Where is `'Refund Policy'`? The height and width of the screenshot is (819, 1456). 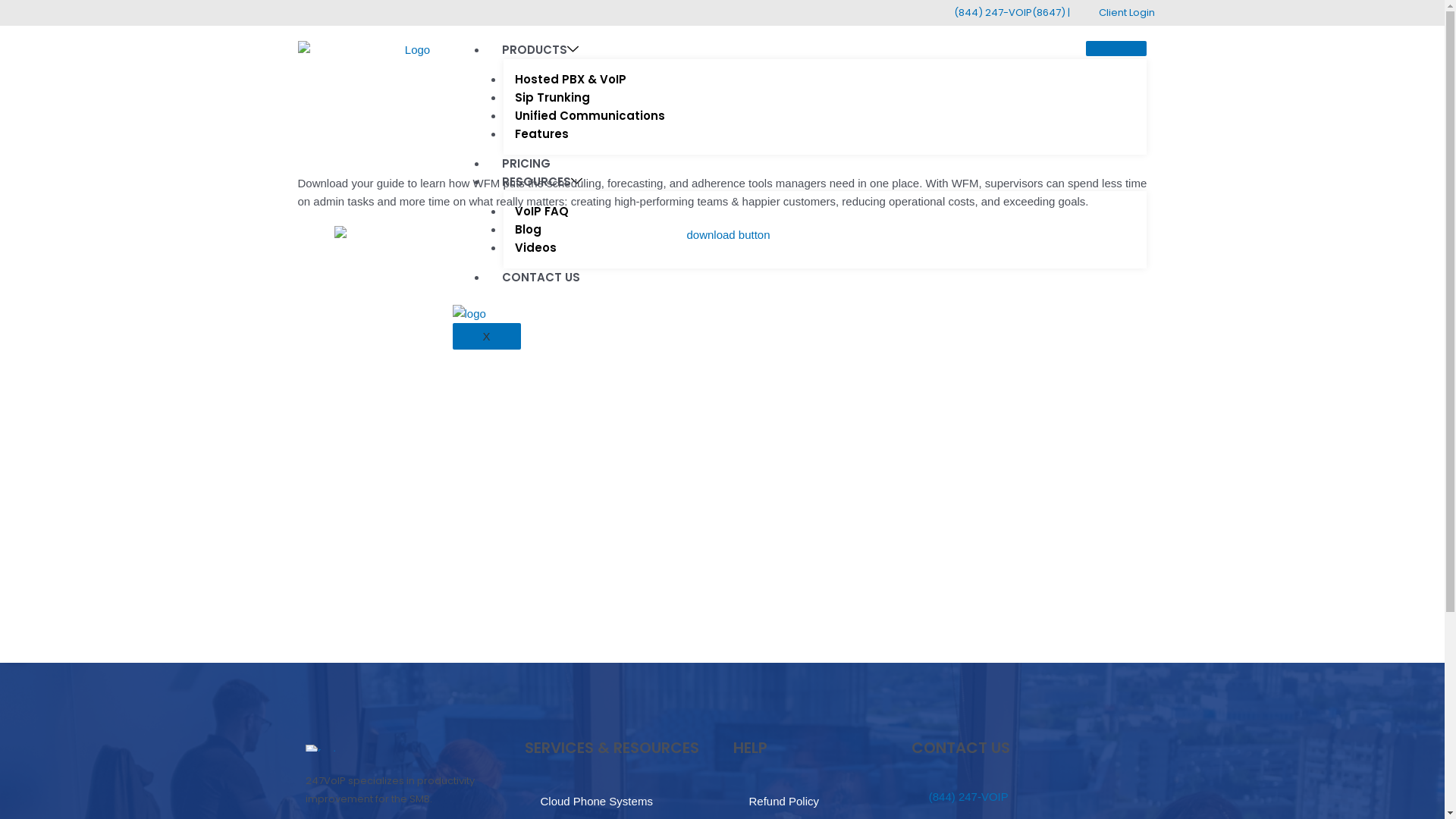
'Refund Policy' is located at coordinates (783, 800).